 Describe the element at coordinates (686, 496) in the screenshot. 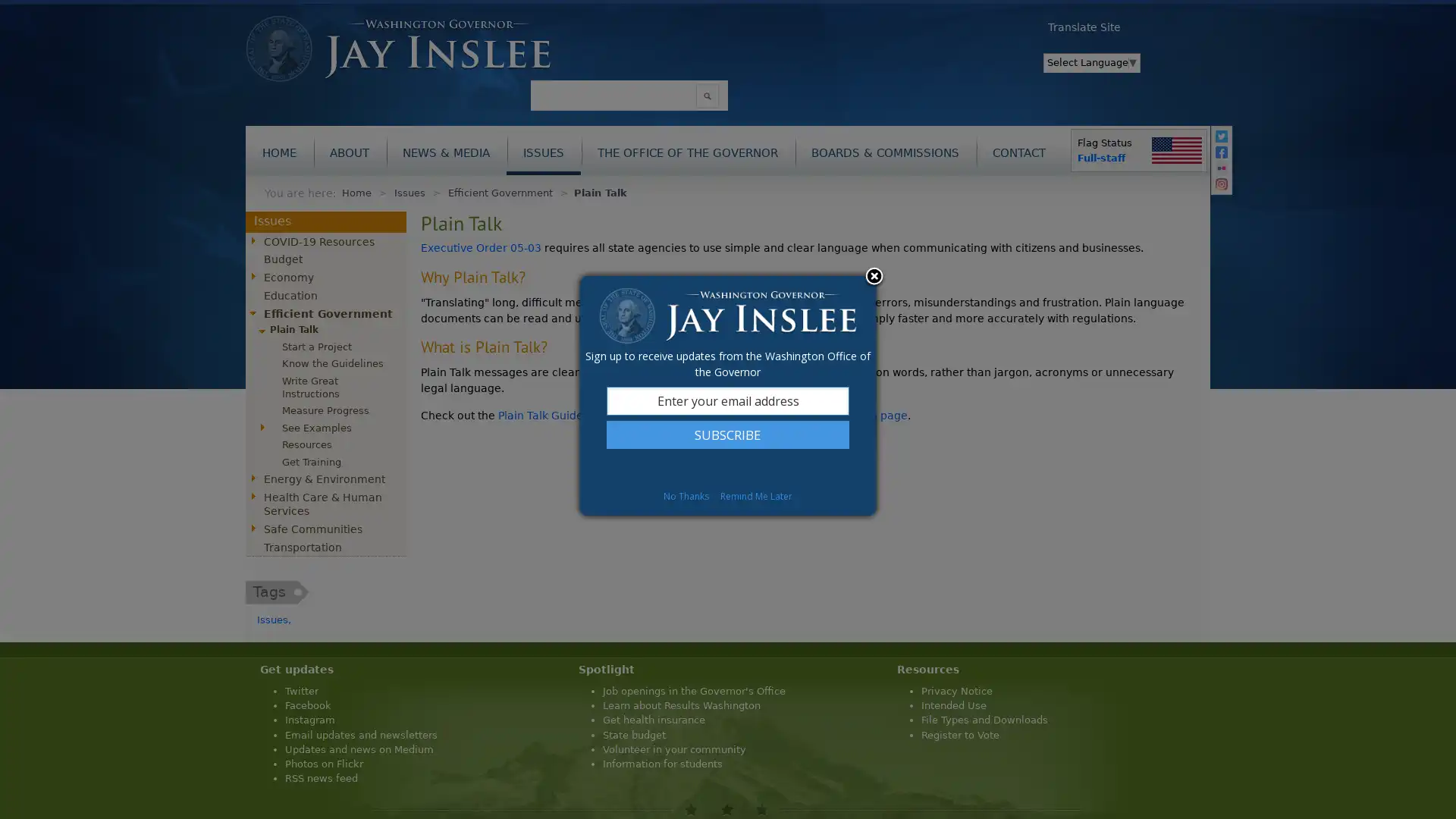

I see `No Thanks` at that location.